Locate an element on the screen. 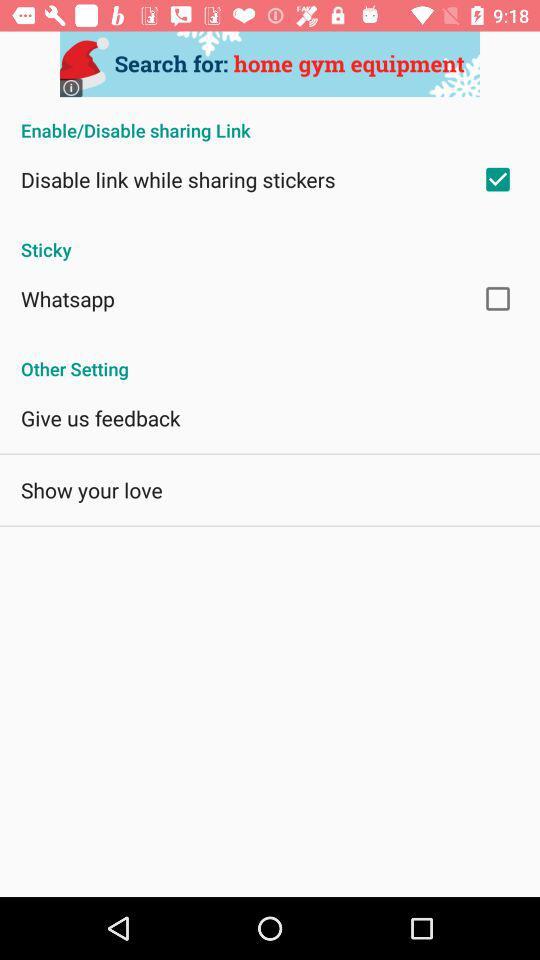  enable disable sharing is located at coordinates (270, 120).